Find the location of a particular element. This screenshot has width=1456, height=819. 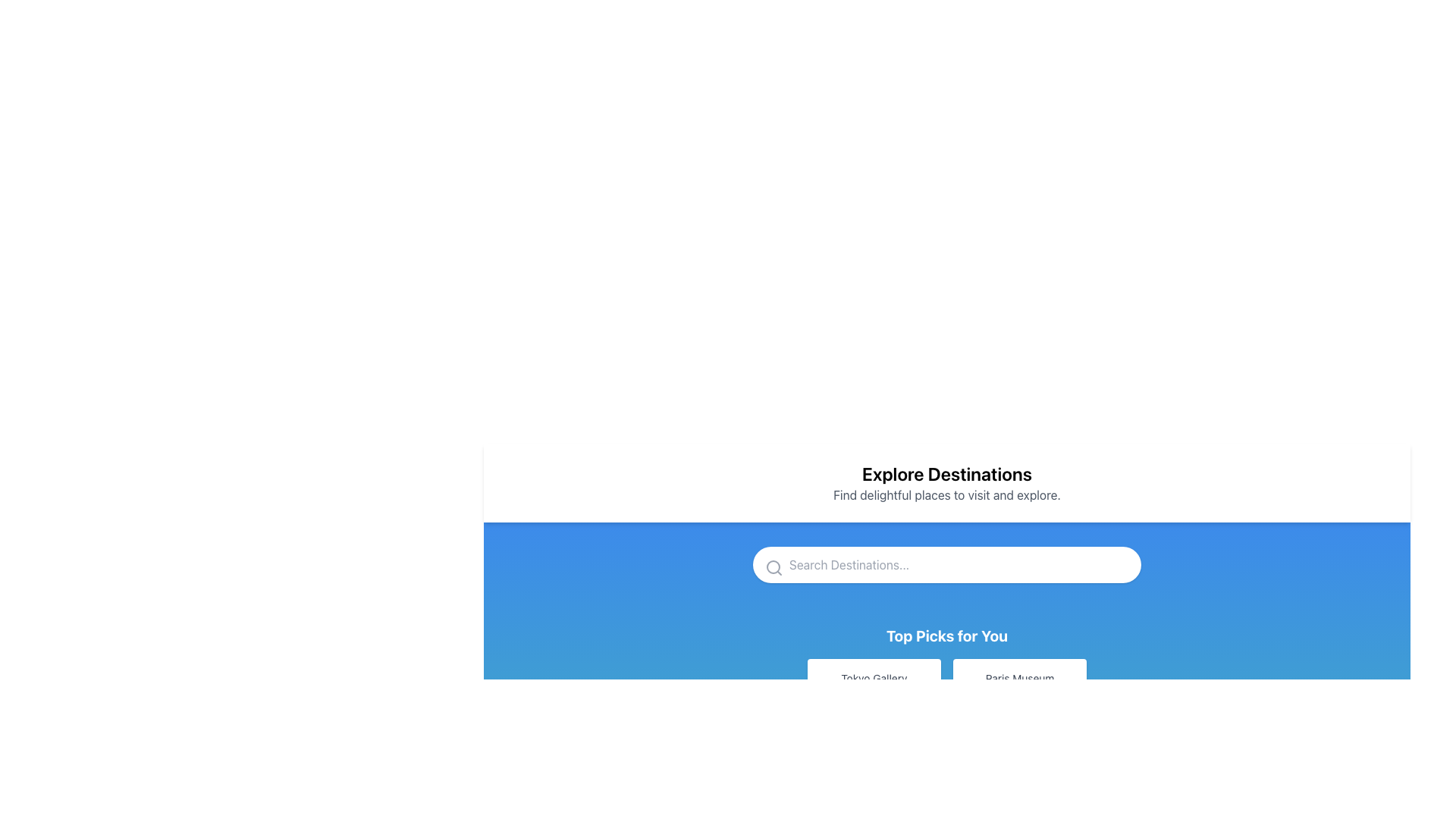

the search icon located to the left of the 'Search Destinations...' placeholder text is located at coordinates (774, 567).